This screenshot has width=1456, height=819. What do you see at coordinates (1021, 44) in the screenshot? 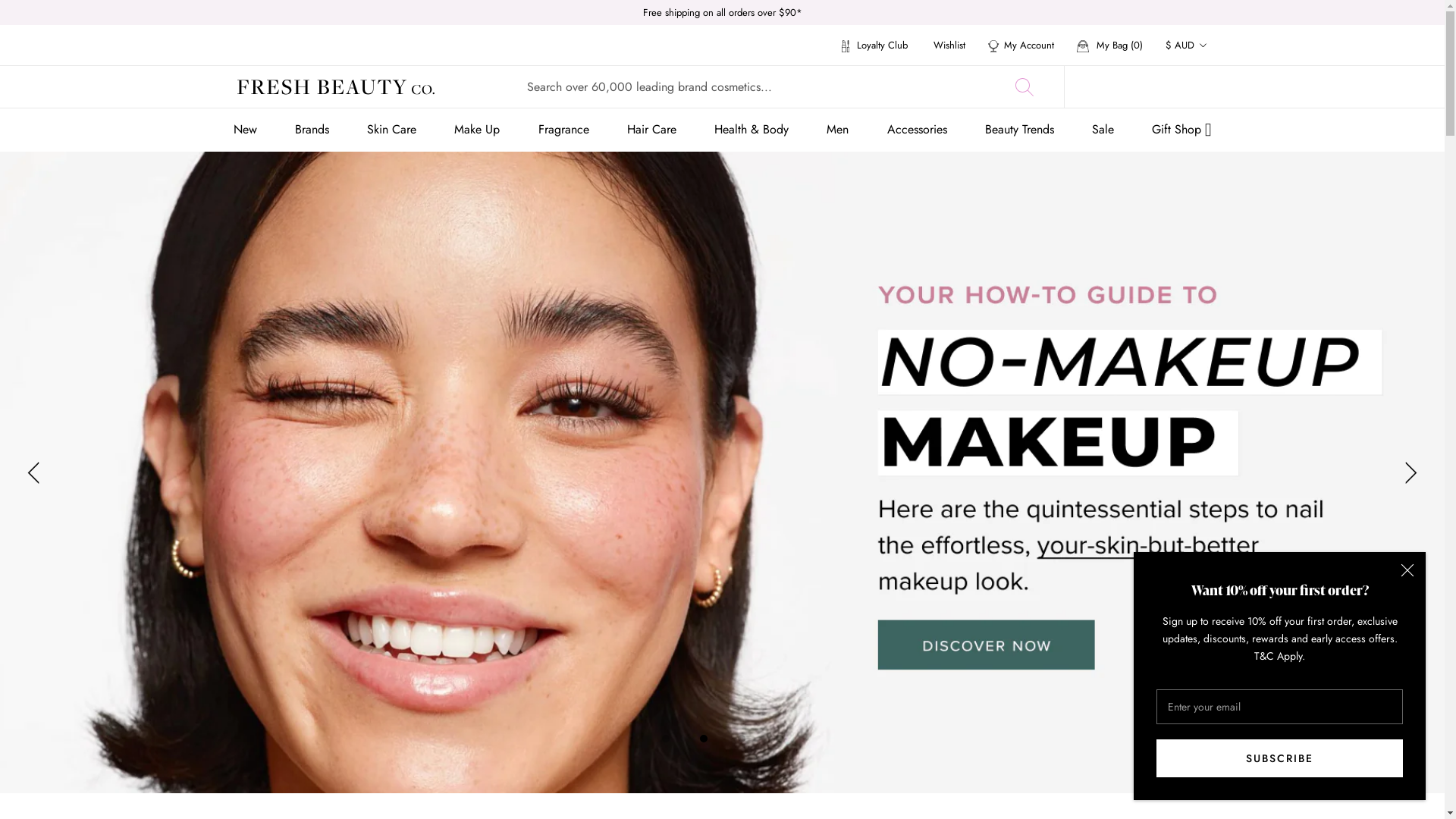
I see `'My Account'` at bounding box center [1021, 44].